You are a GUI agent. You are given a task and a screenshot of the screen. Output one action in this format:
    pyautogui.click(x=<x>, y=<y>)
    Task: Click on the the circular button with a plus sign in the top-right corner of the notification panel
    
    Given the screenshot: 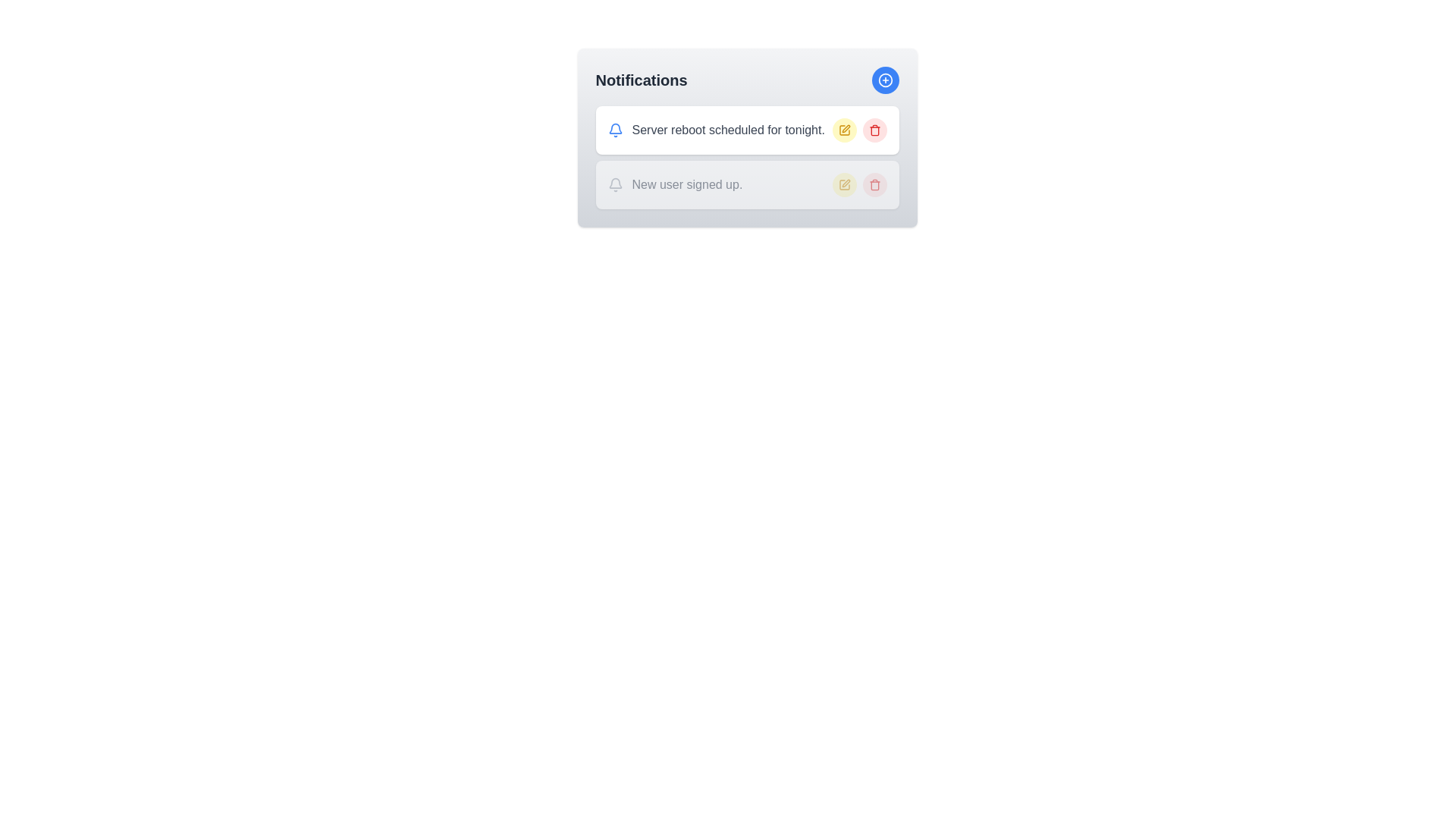 What is the action you would take?
    pyautogui.click(x=885, y=80)
    